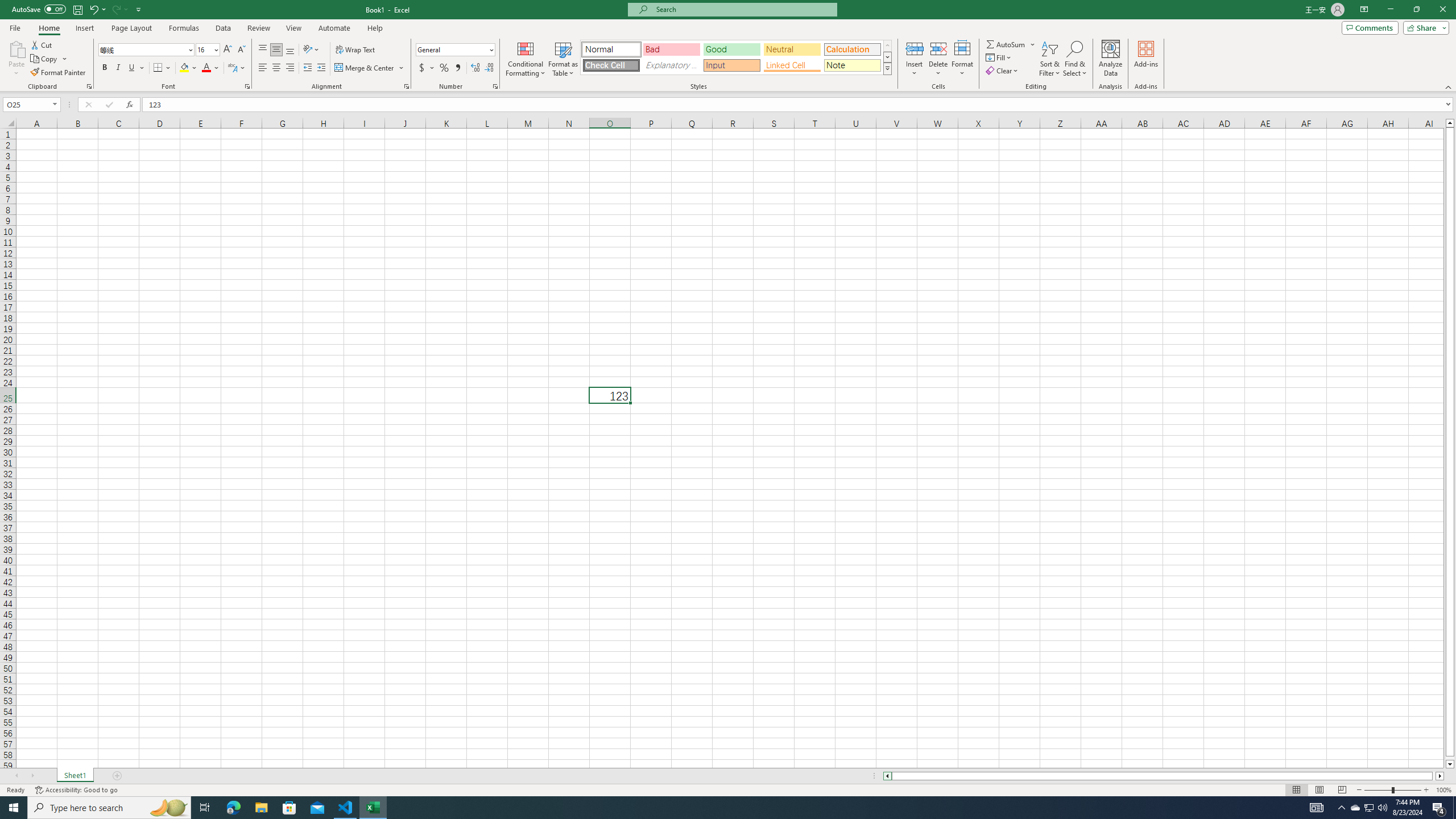 The width and height of the screenshot is (1456, 819). What do you see at coordinates (1442, 9) in the screenshot?
I see `'Close'` at bounding box center [1442, 9].